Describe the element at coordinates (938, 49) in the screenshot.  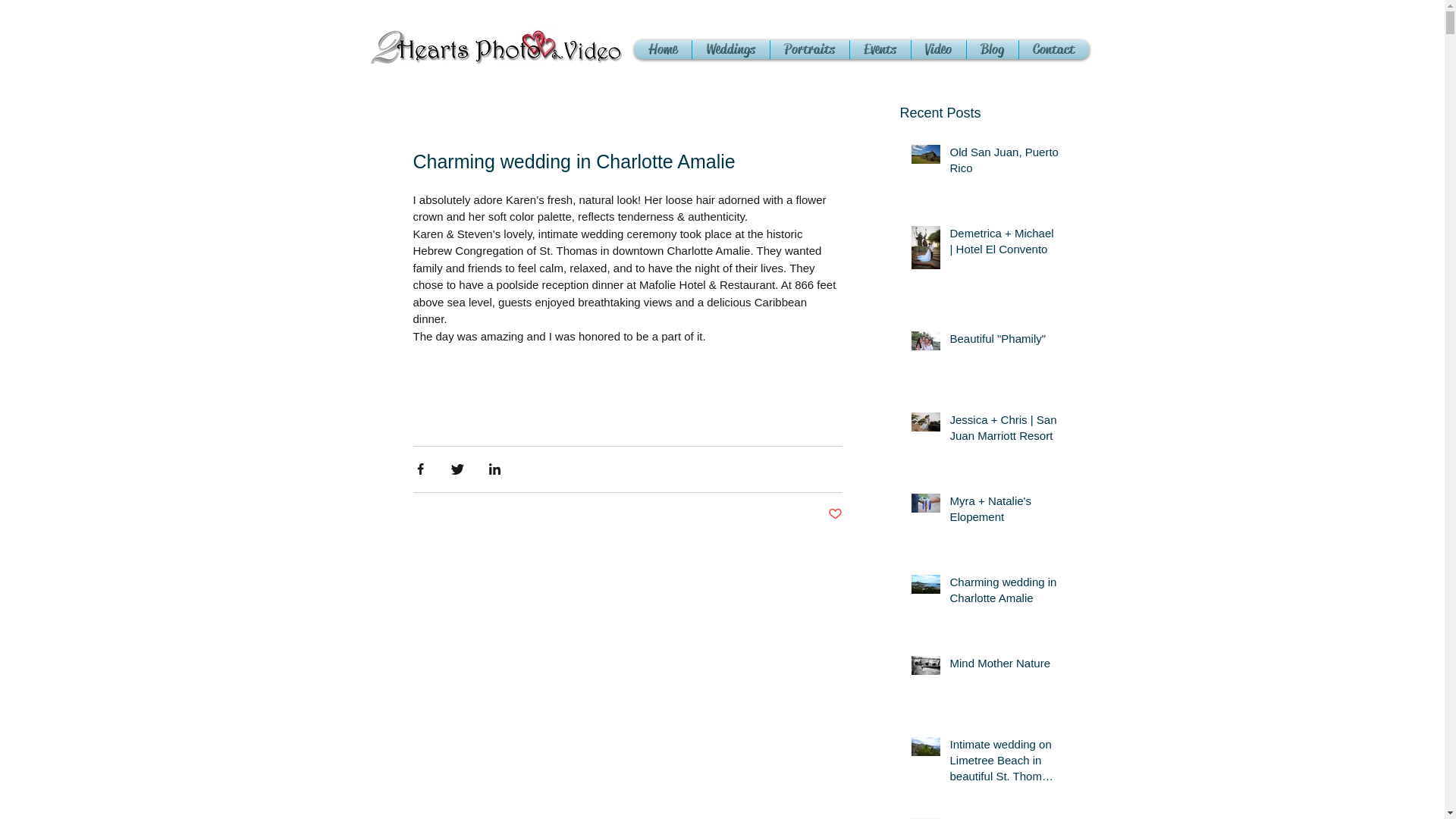
I see `'Video'` at that location.